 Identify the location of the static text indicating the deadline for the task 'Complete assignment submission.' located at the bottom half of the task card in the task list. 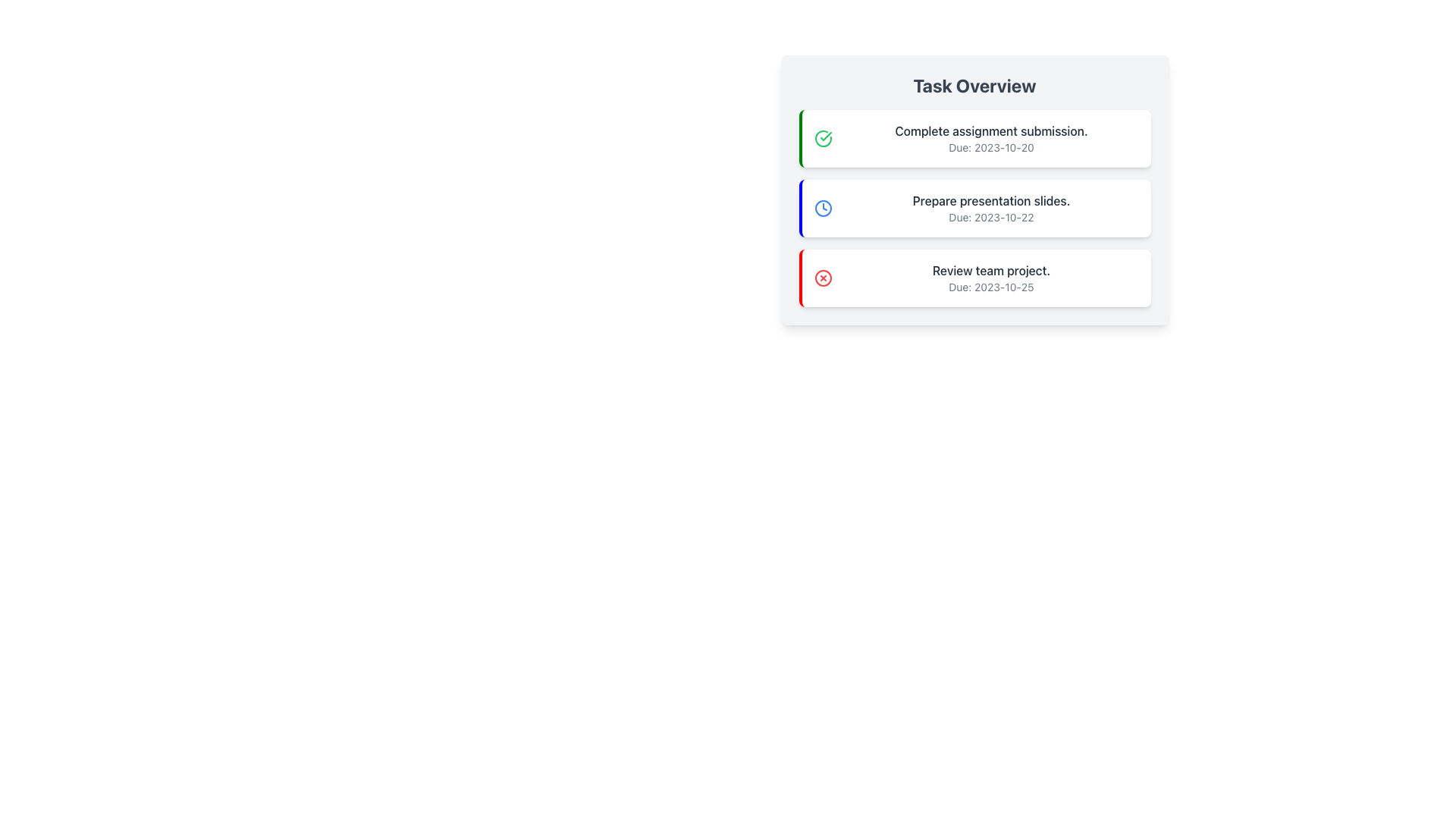
(991, 148).